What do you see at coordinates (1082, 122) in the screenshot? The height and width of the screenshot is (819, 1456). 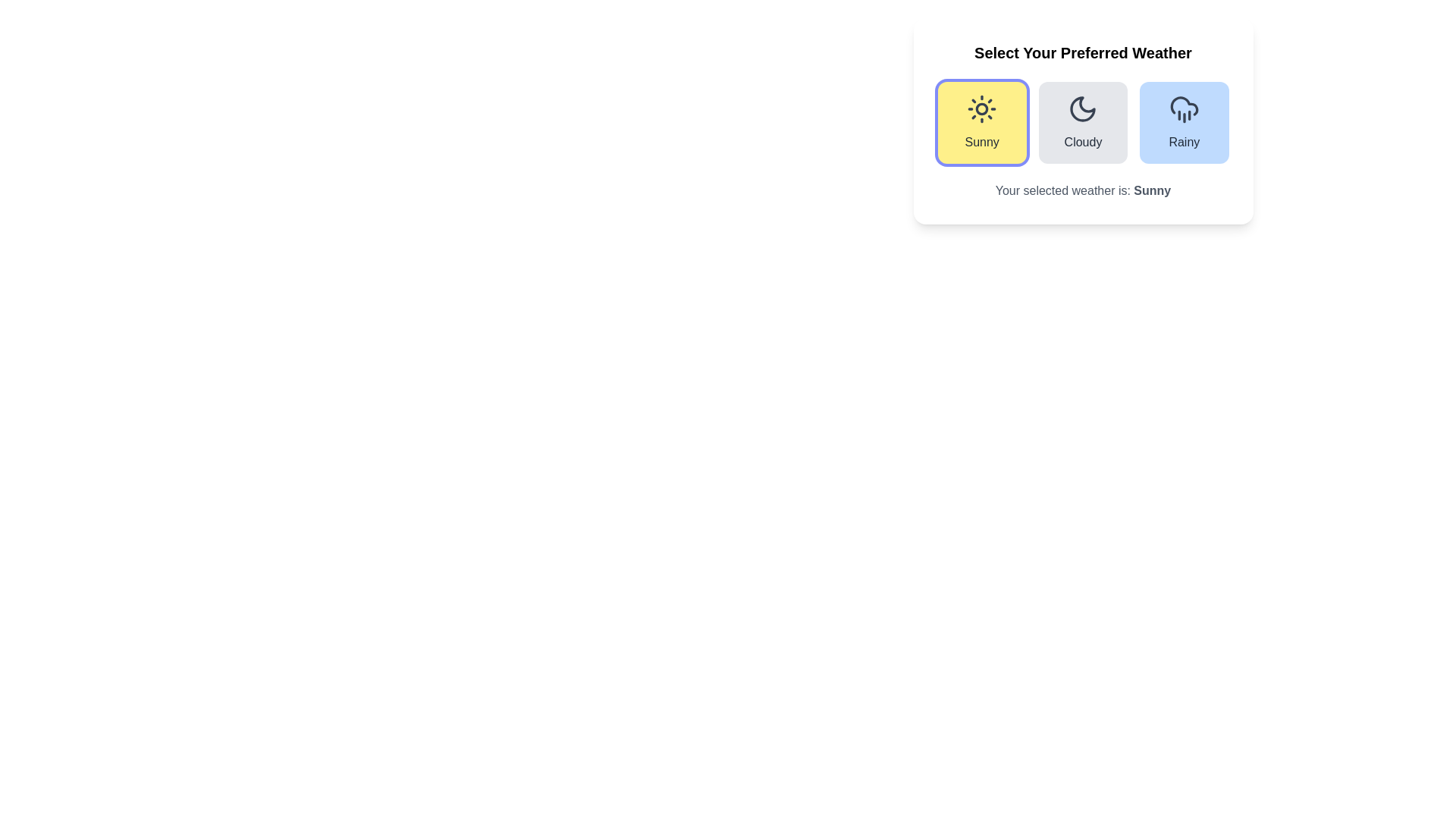 I see `the 'Cloudy' weather selection card, which is visually interactive and located in the middle column of the weather selection grid` at bounding box center [1082, 122].